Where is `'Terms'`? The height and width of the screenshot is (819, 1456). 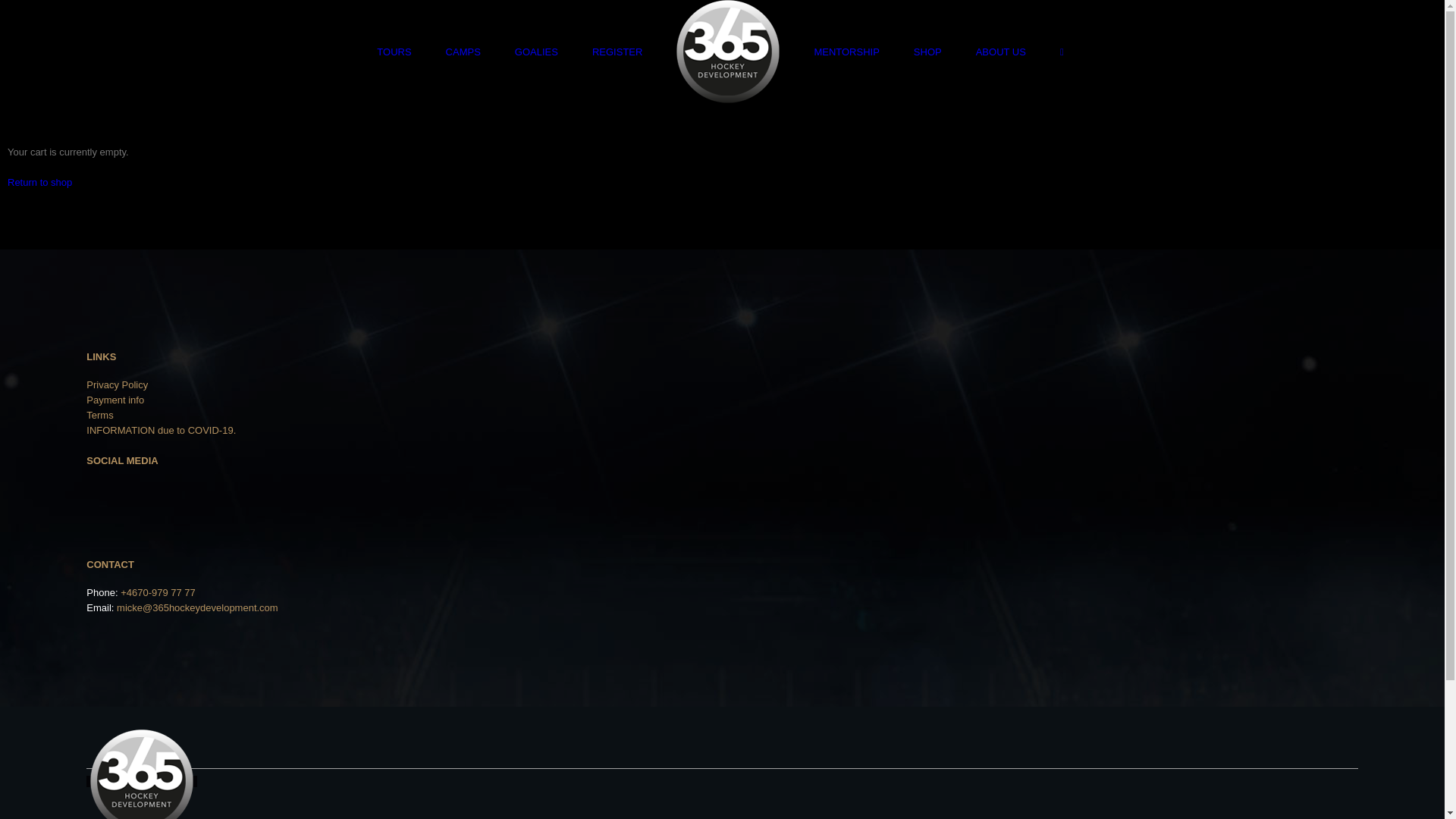 'Terms' is located at coordinates (86, 415).